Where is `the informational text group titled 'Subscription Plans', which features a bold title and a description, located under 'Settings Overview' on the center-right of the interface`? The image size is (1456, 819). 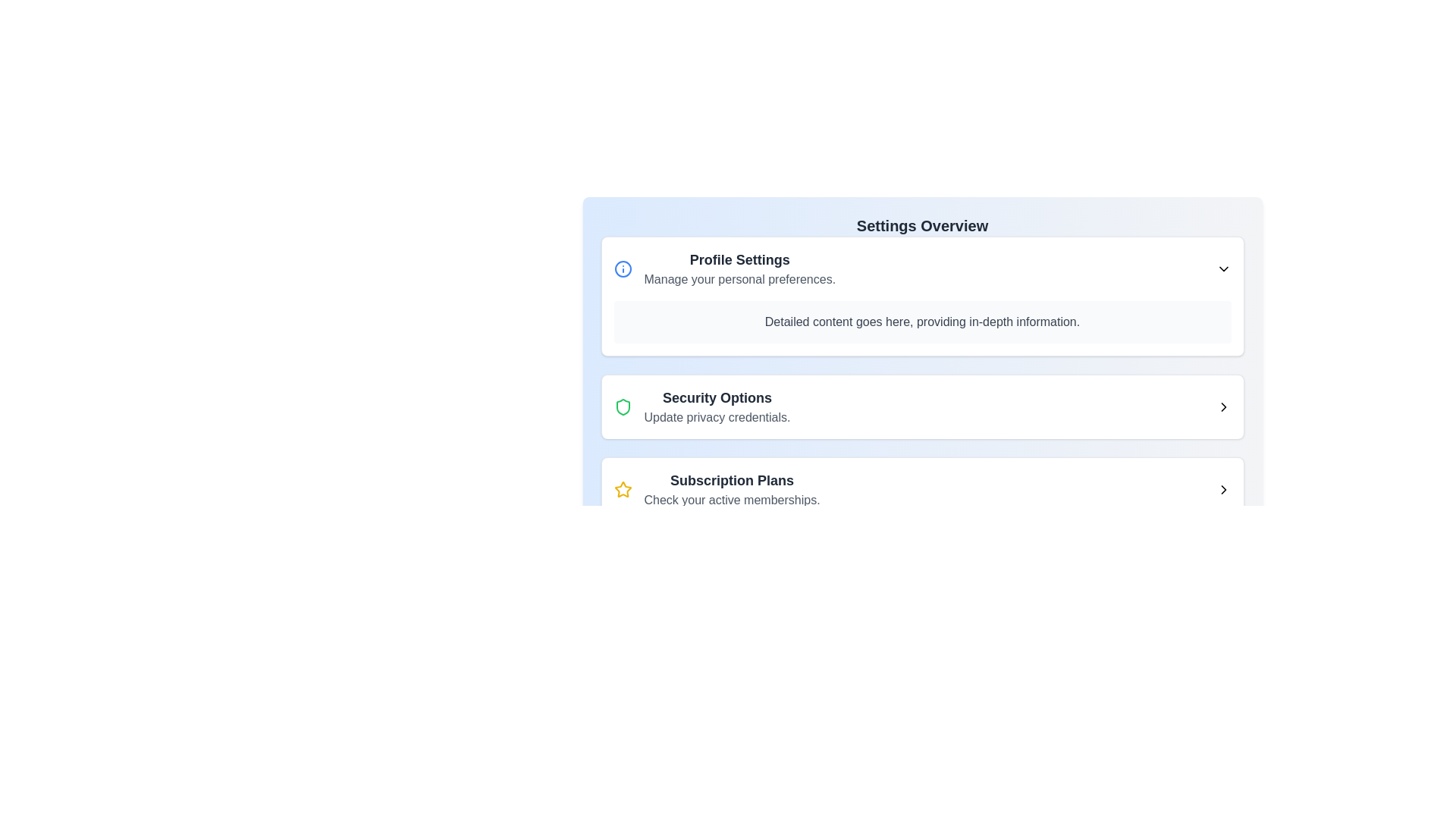
the informational text group titled 'Subscription Plans', which features a bold title and a description, located under 'Settings Overview' on the center-right of the interface is located at coordinates (732, 489).